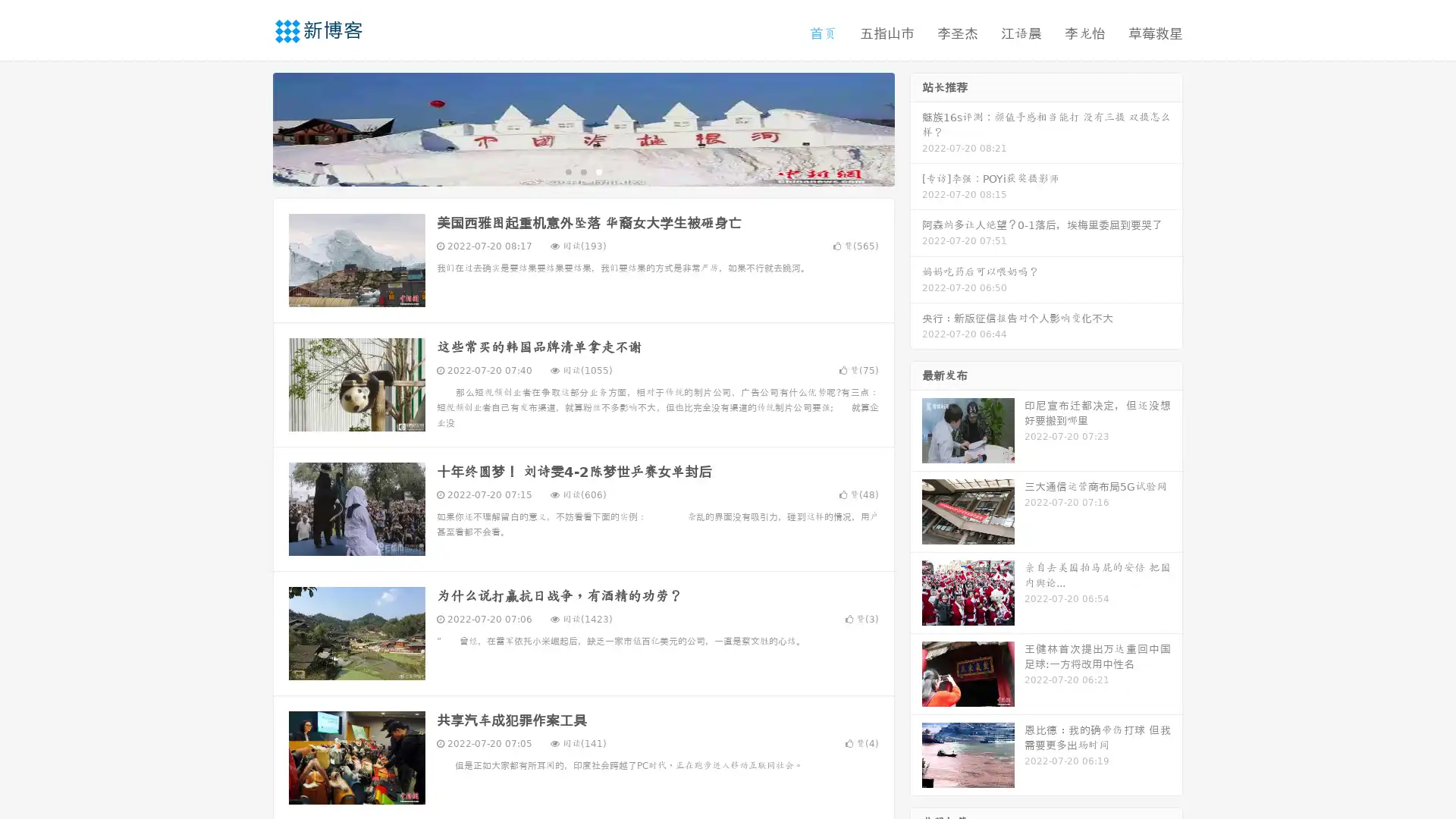 This screenshot has width=1456, height=819. I want to click on Go to slide 1, so click(567, 171).